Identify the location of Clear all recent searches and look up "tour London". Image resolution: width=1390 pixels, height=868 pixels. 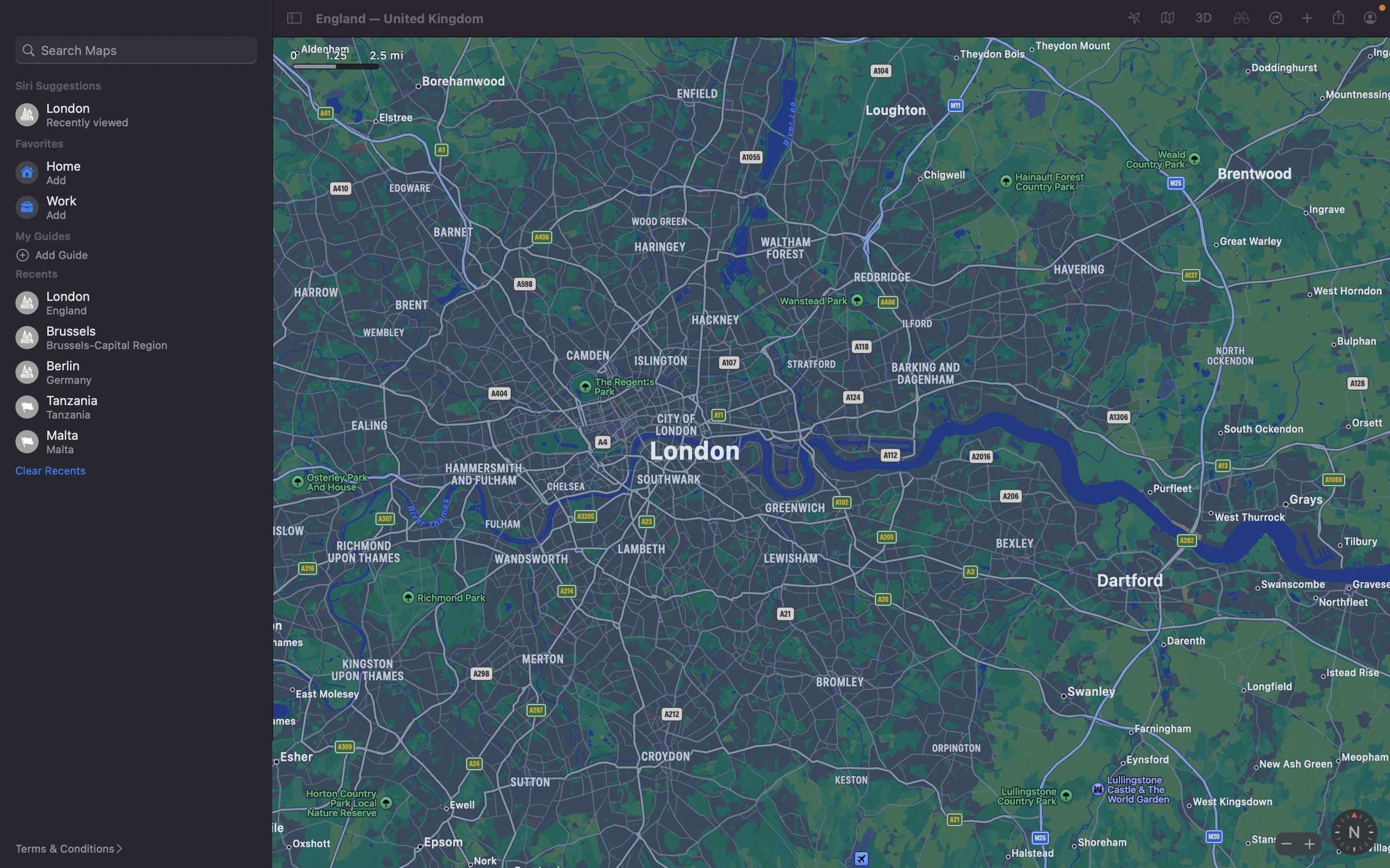
(52, 470).